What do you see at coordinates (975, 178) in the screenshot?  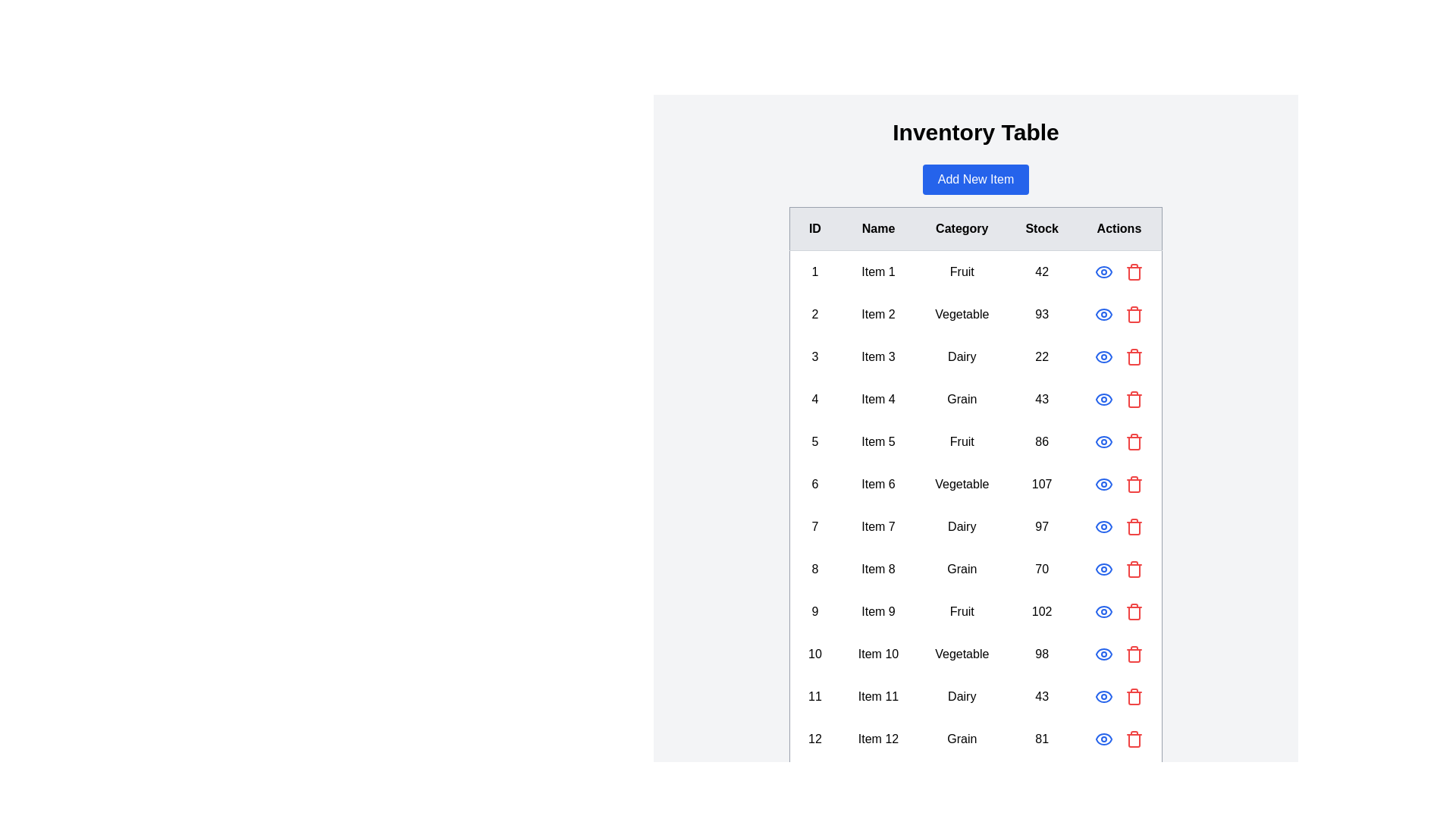 I see `the 'Add New Item' button to initiate the process of adding a new item to the table` at bounding box center [975, 178].